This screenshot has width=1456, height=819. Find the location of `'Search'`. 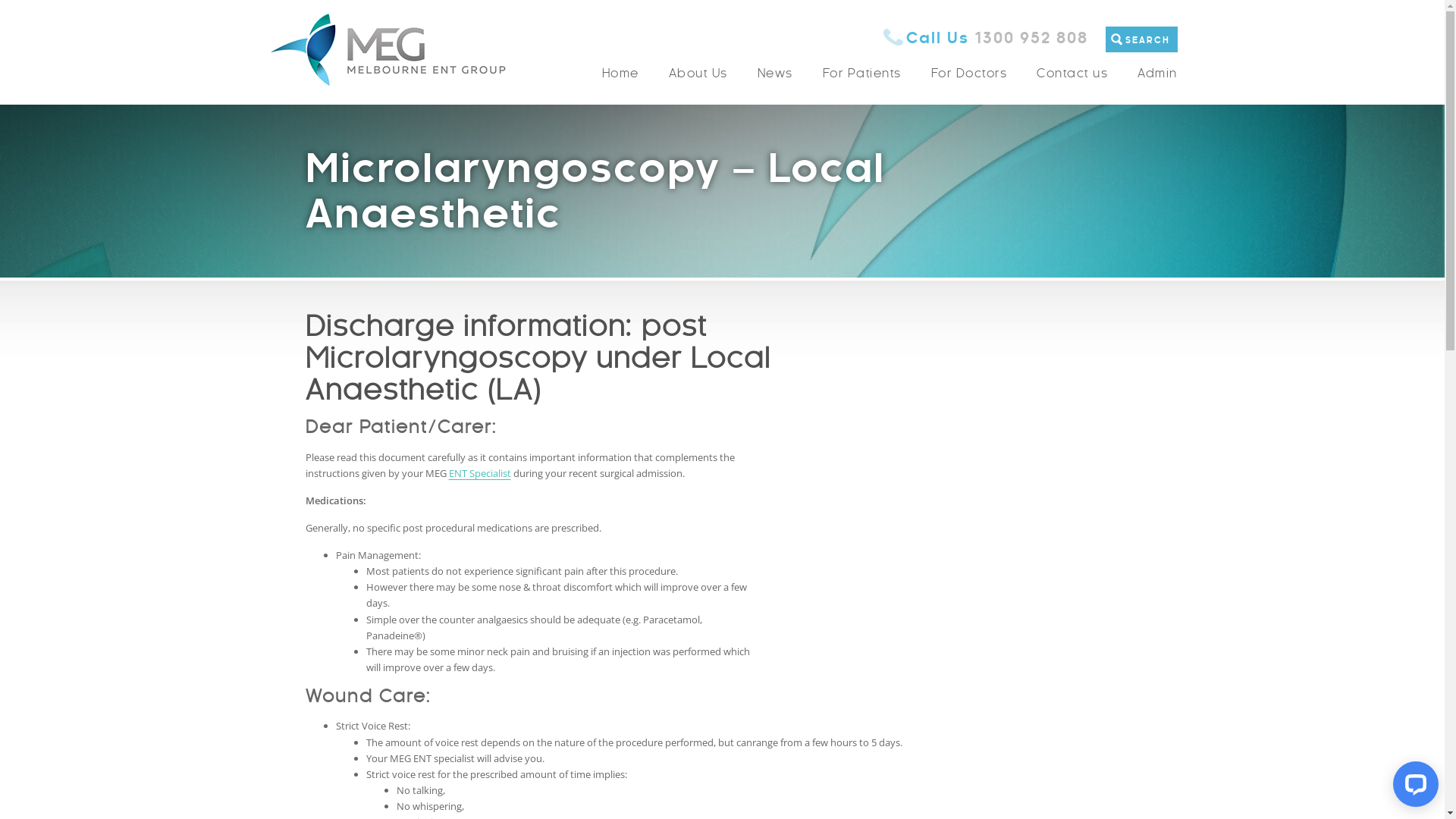

'Search' is located at coordinates (1175, 52).